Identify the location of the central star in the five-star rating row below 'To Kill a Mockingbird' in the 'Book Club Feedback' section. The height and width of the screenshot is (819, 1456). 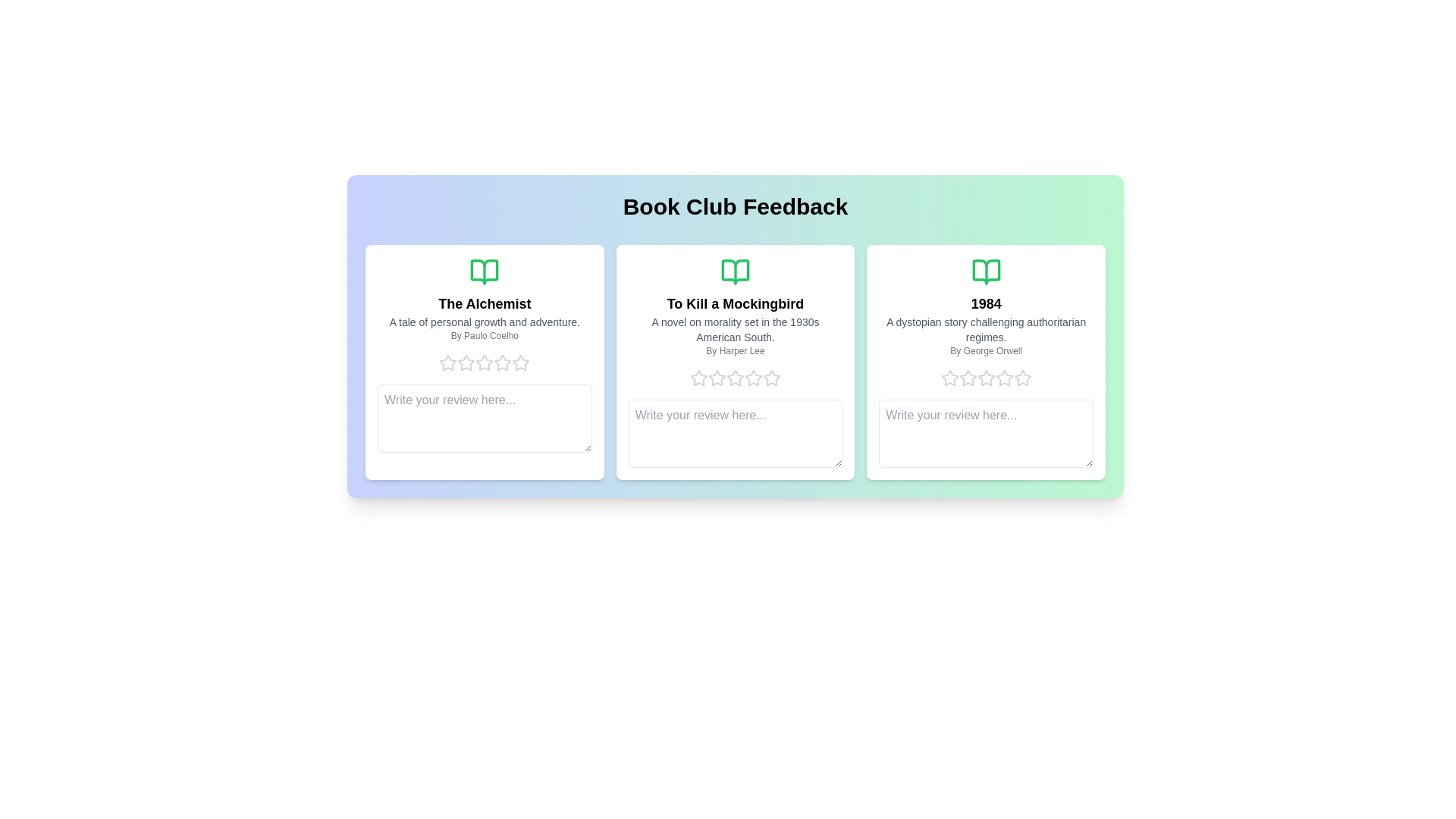
(753, 377).